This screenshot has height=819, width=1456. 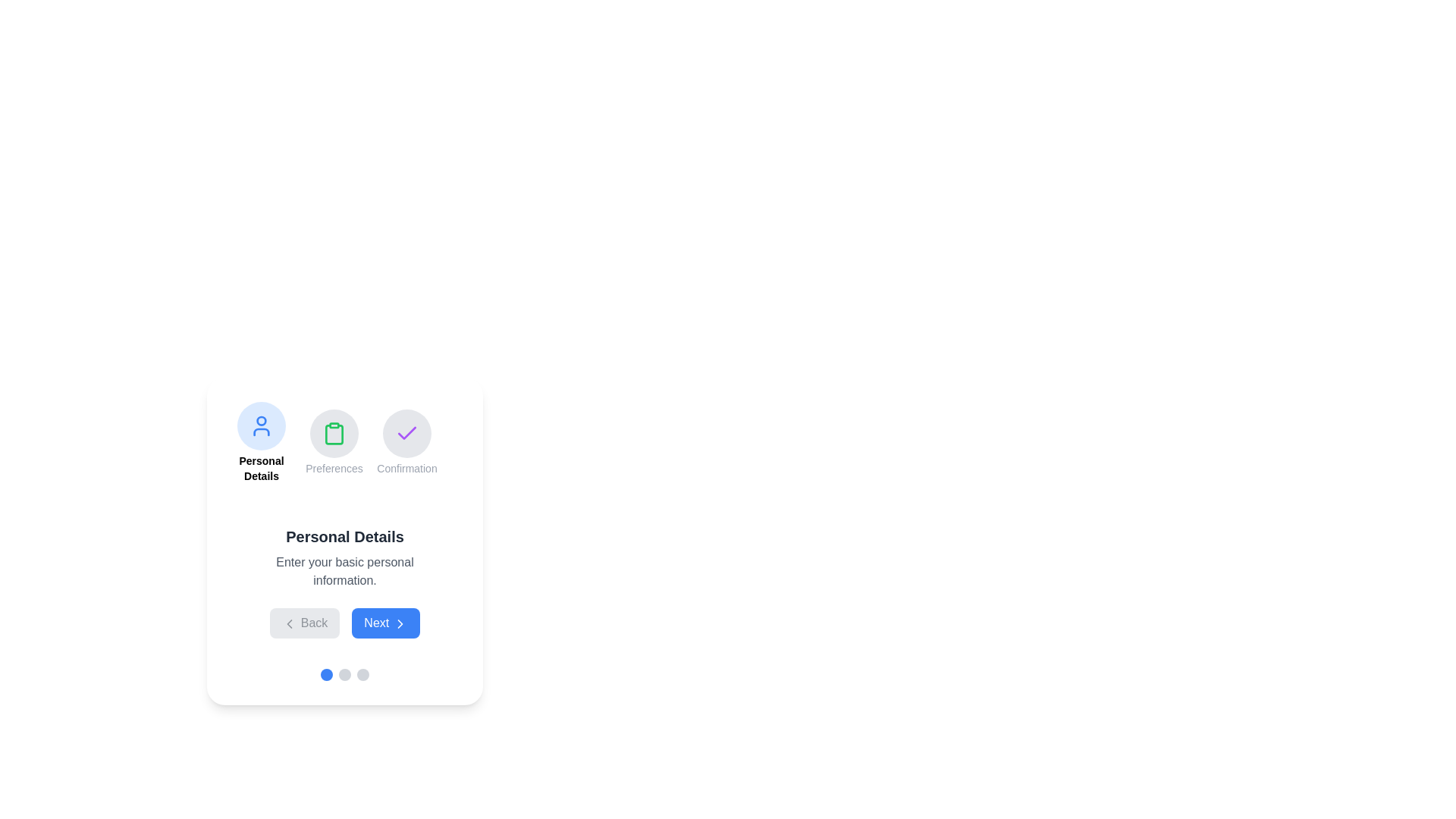 I want to click on the lower part of the user icon with a blue circular background in the 'Personal Details' section, which is represented as a rounded rectangle or semi-circle, so click(x=262, y=432).